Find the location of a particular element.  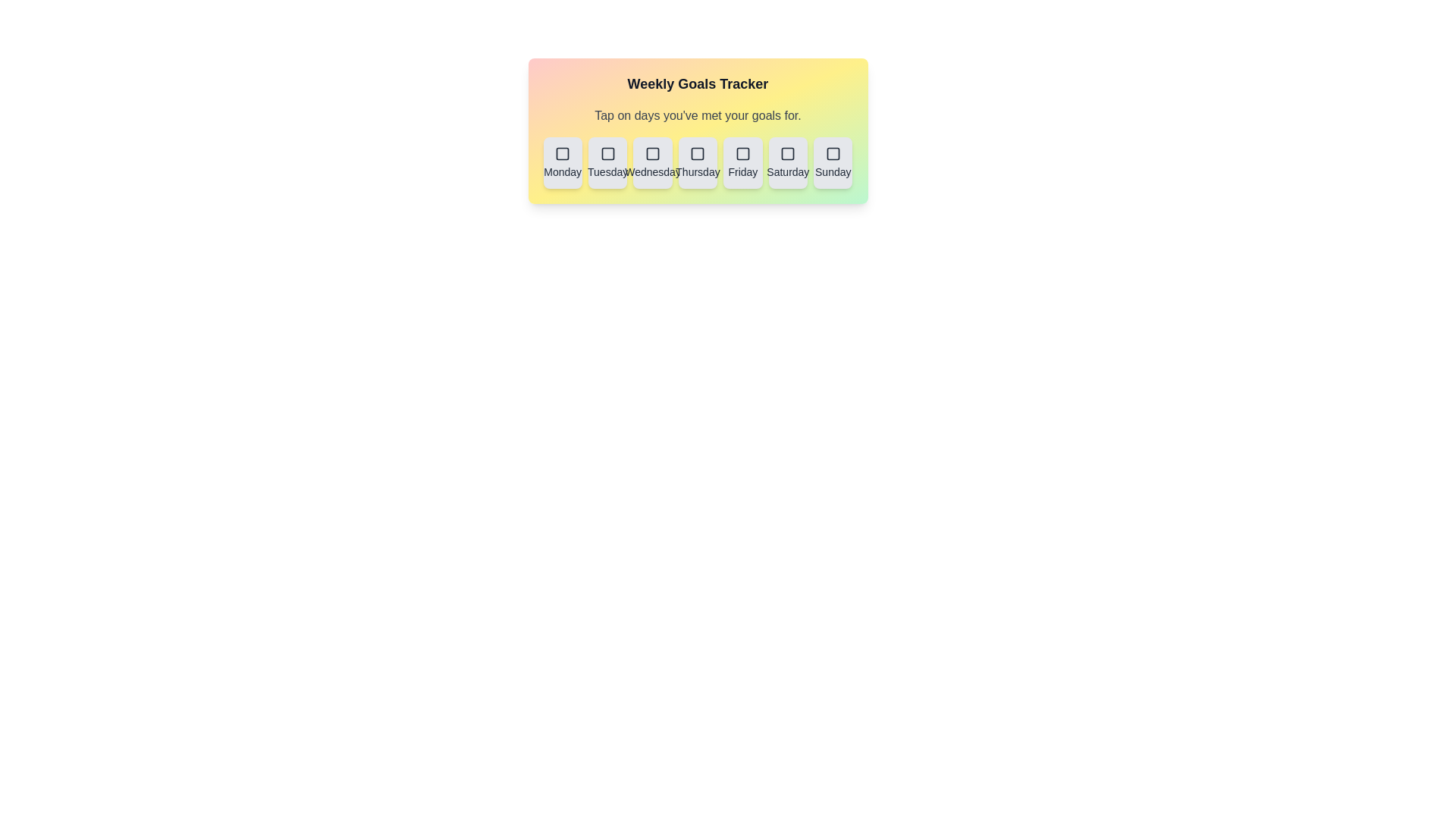

the button labeled Wednesday is located at coordinates (653, 163).